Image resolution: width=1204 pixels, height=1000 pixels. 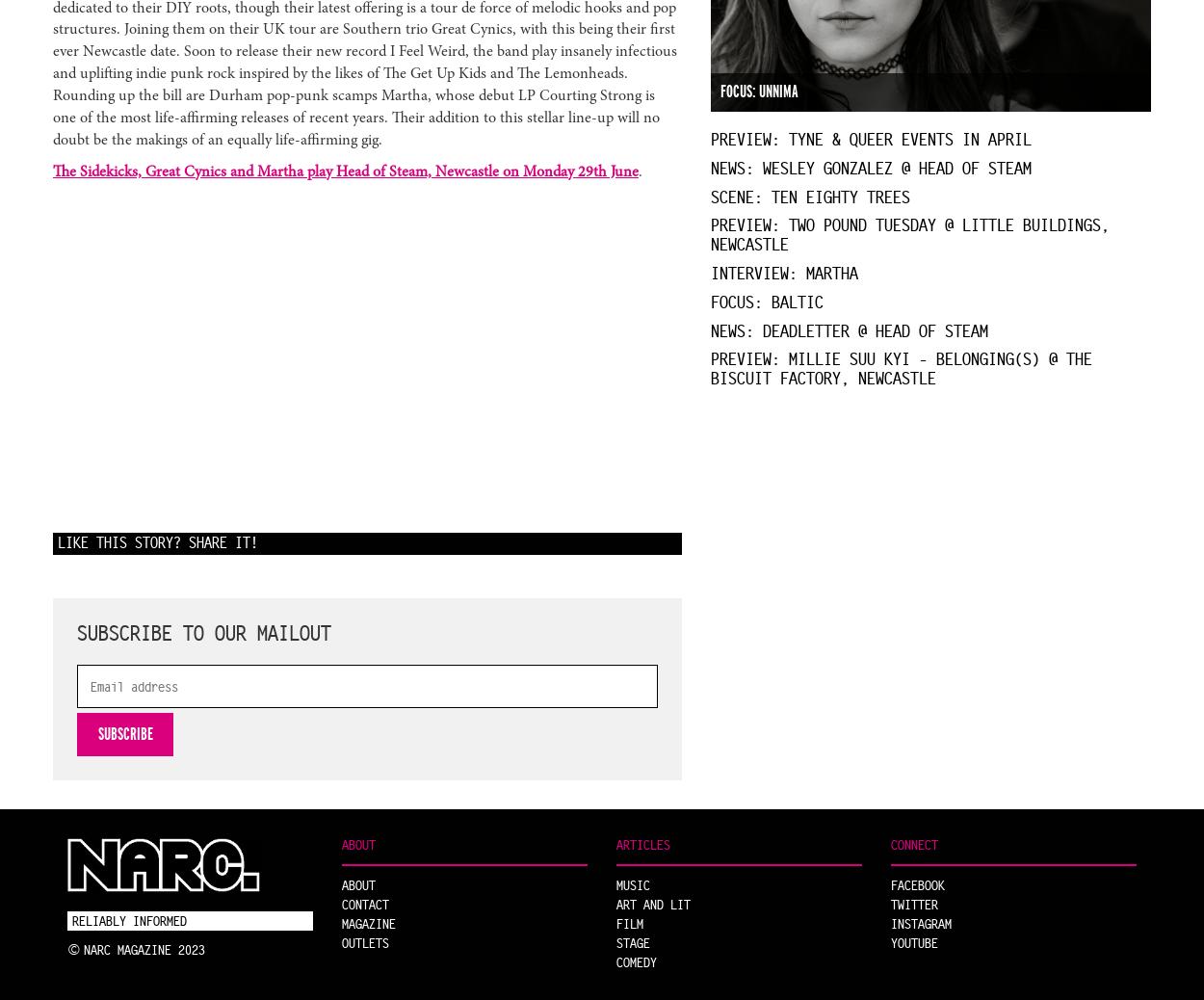 I want to click on 'Magazine', so click(x=369, y=922).